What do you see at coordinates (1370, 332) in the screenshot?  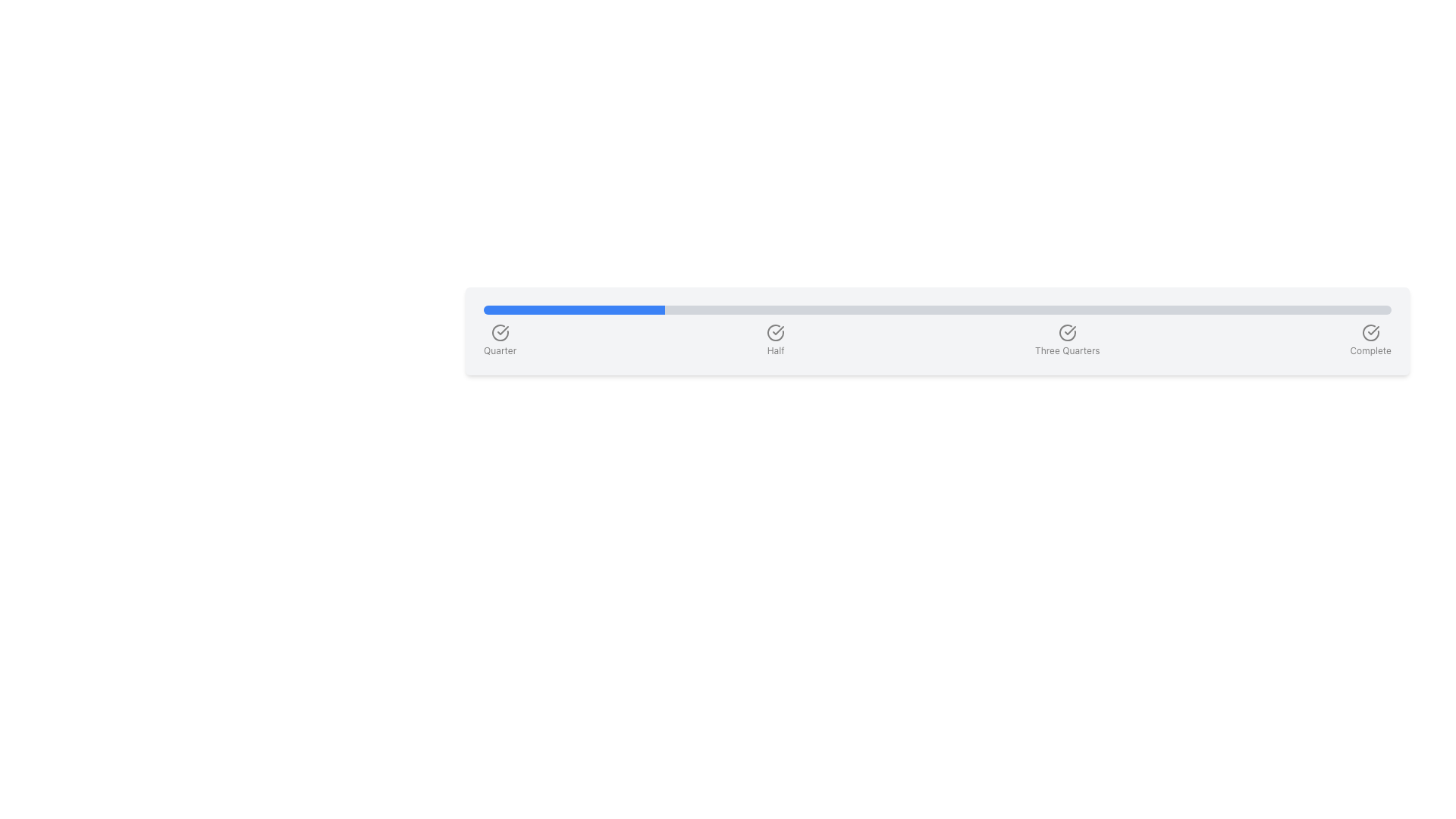 I see `the completion marker icon located at the far-right end of the horizontal progress indicator, which indicates a finalized step or milestone` at bounding box center [1370, 332].